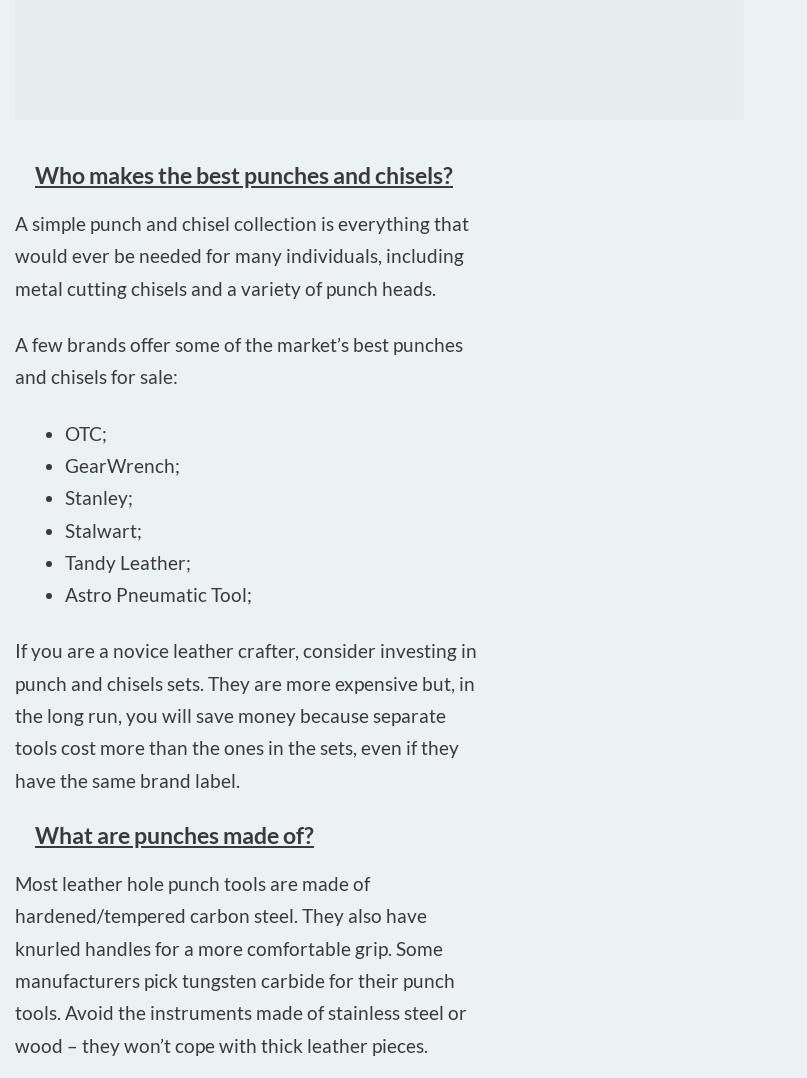  Describe the element at coordinates (102, 529) in the screenshot. I see `'Stalwart;'` at that location.